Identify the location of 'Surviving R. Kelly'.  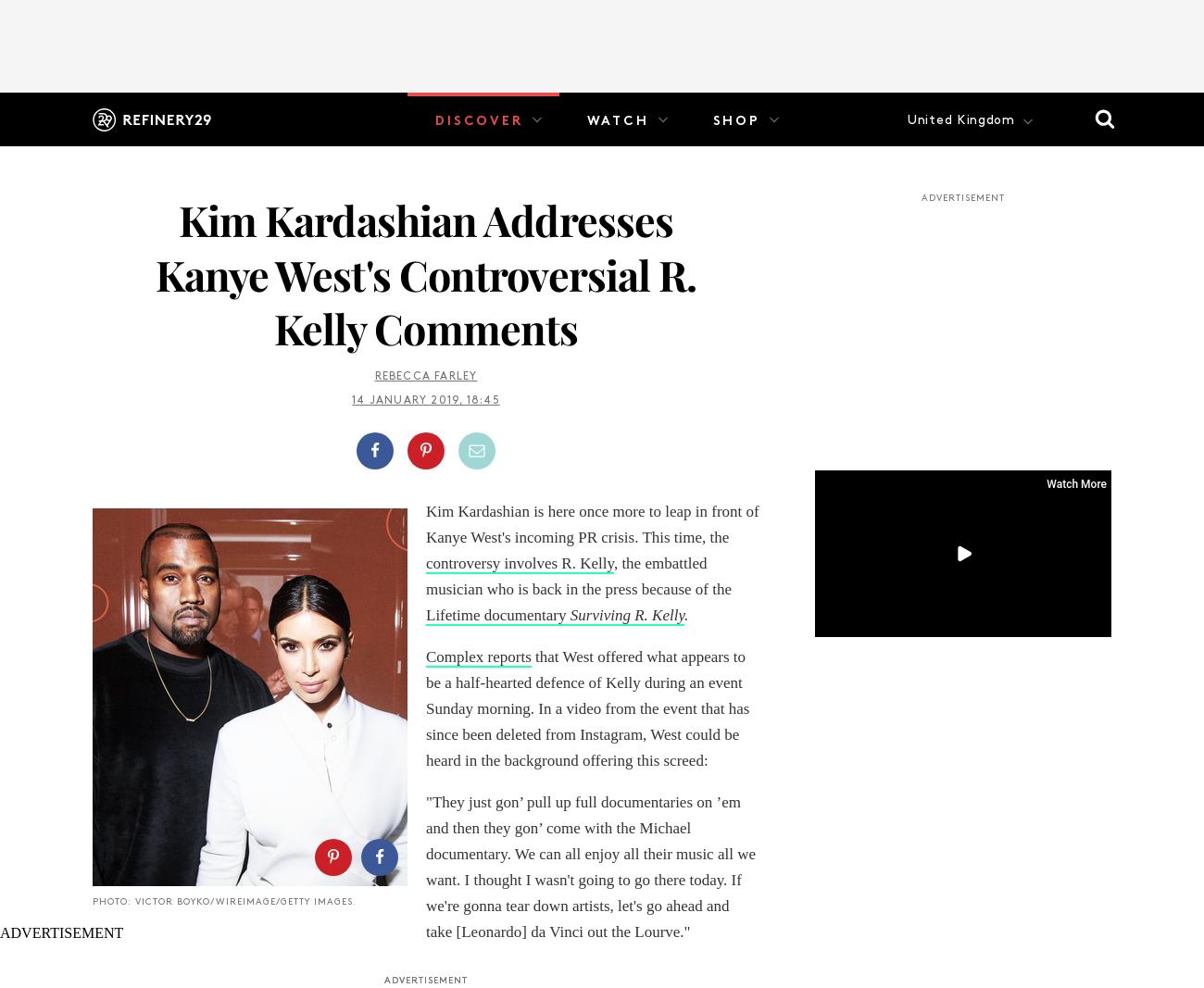
(570, 614).